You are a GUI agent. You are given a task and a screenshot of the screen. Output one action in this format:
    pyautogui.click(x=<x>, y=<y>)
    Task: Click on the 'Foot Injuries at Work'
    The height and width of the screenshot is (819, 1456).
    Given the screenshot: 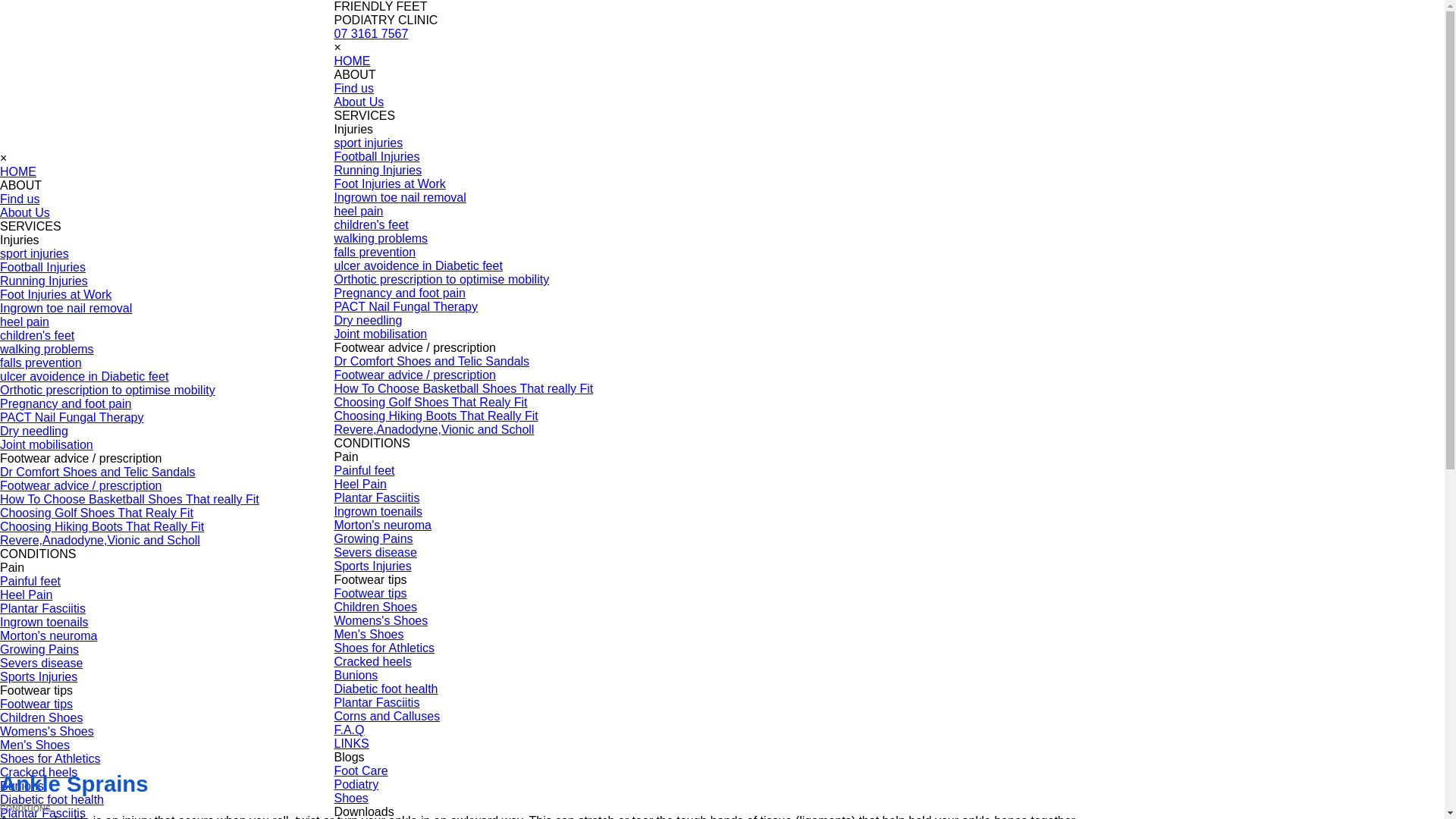 What is the action you would take?
    pyautogui.click(x=389, y=183)
    